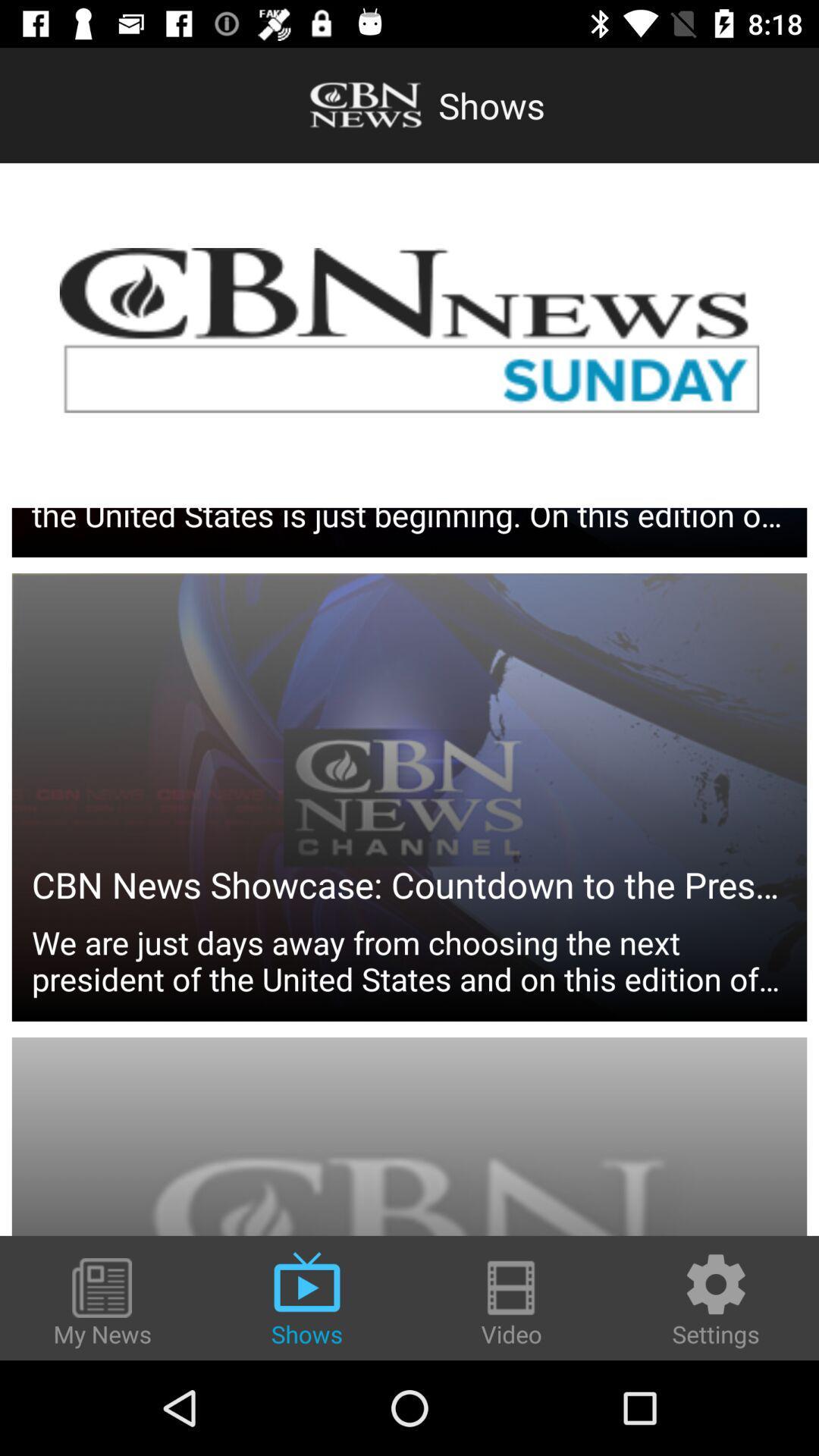 Image resolution: width=819 pixels, height=1456 pixels. I want to click on the settings, so click(716, 1298).